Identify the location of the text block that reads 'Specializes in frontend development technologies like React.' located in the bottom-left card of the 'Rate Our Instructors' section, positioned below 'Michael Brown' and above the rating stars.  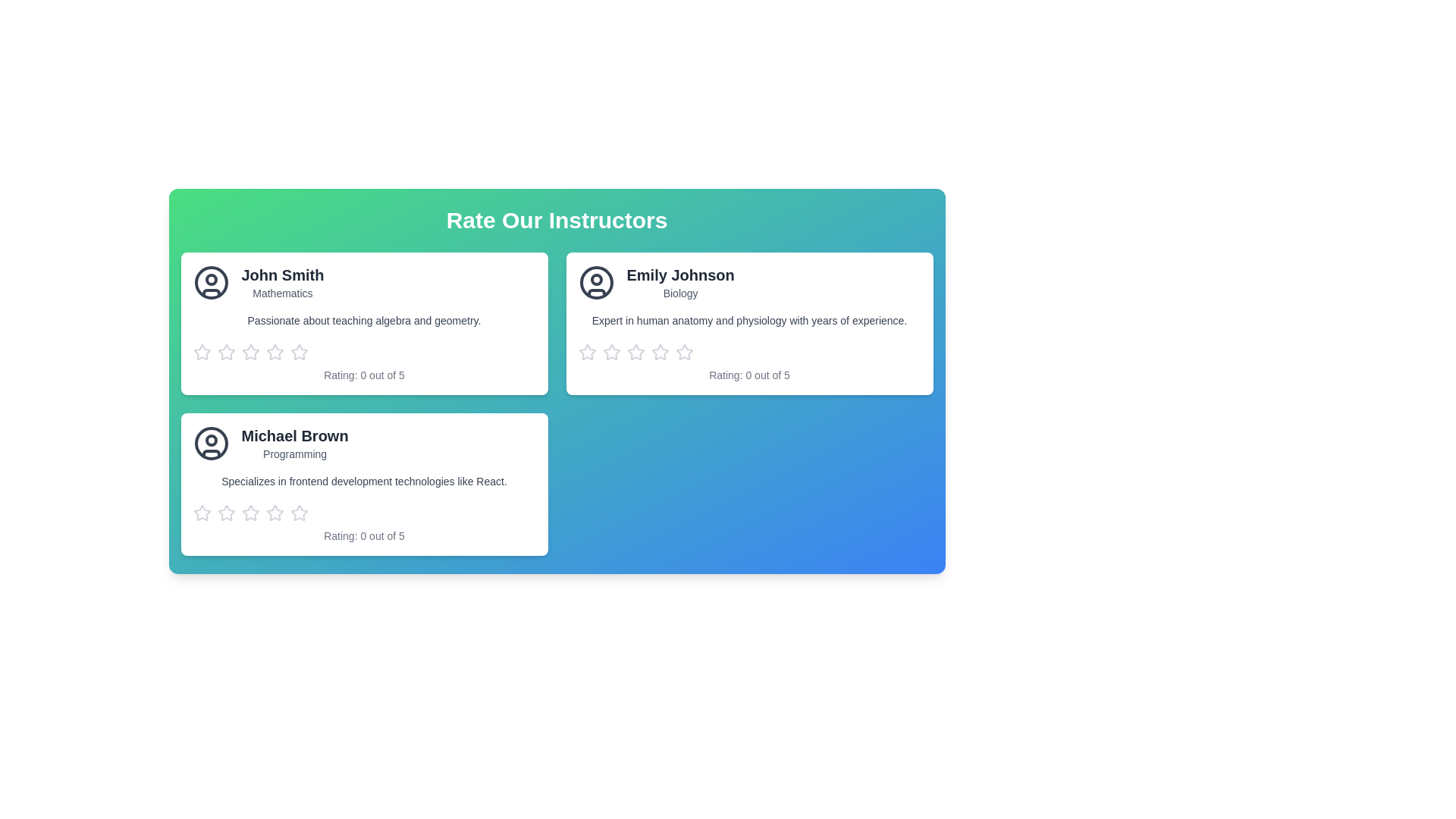
(364, 482).